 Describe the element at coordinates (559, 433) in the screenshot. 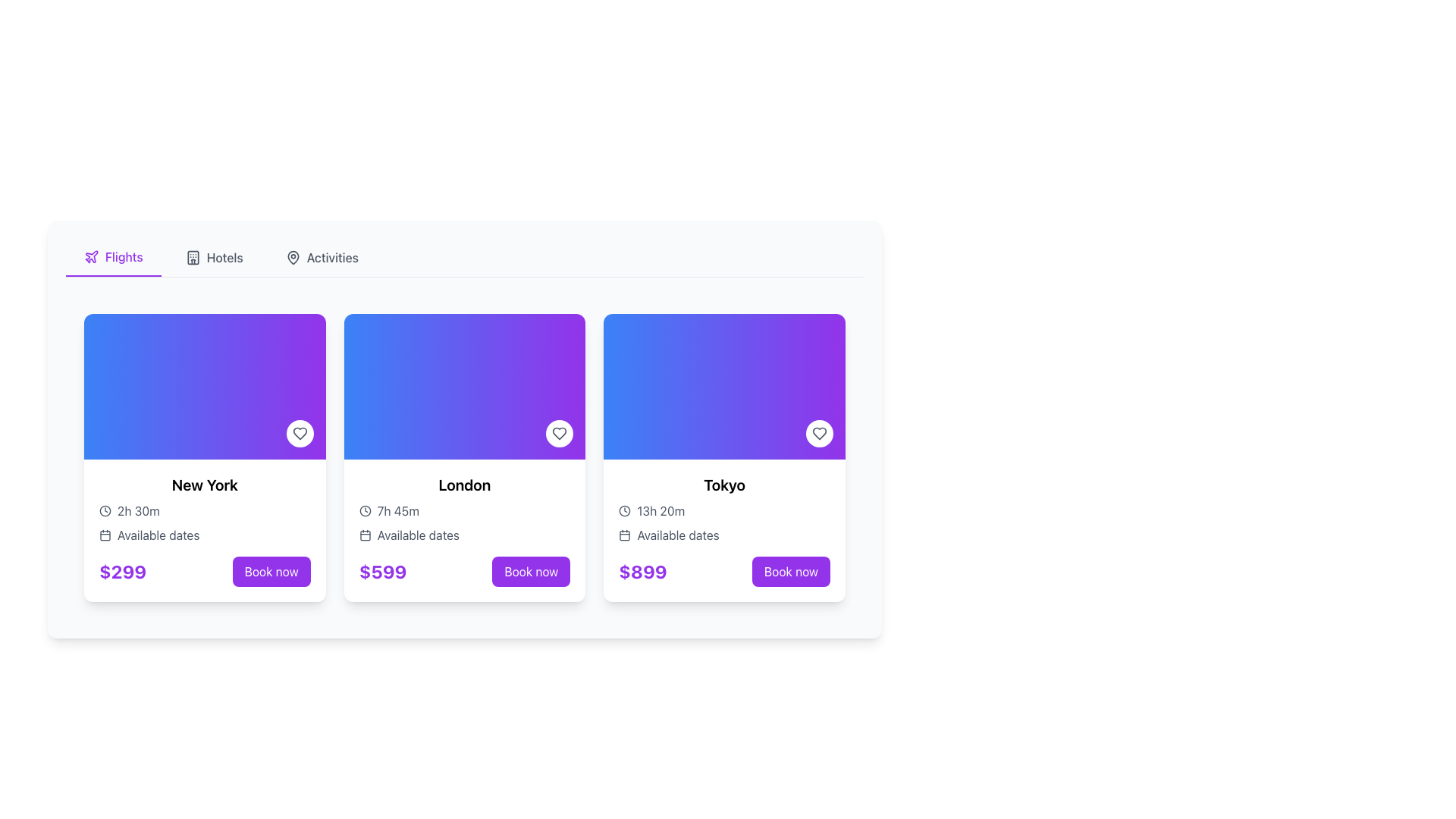

I see `the heart-shaped icon button located in the upper-right corner of the 'London' card` at that location.